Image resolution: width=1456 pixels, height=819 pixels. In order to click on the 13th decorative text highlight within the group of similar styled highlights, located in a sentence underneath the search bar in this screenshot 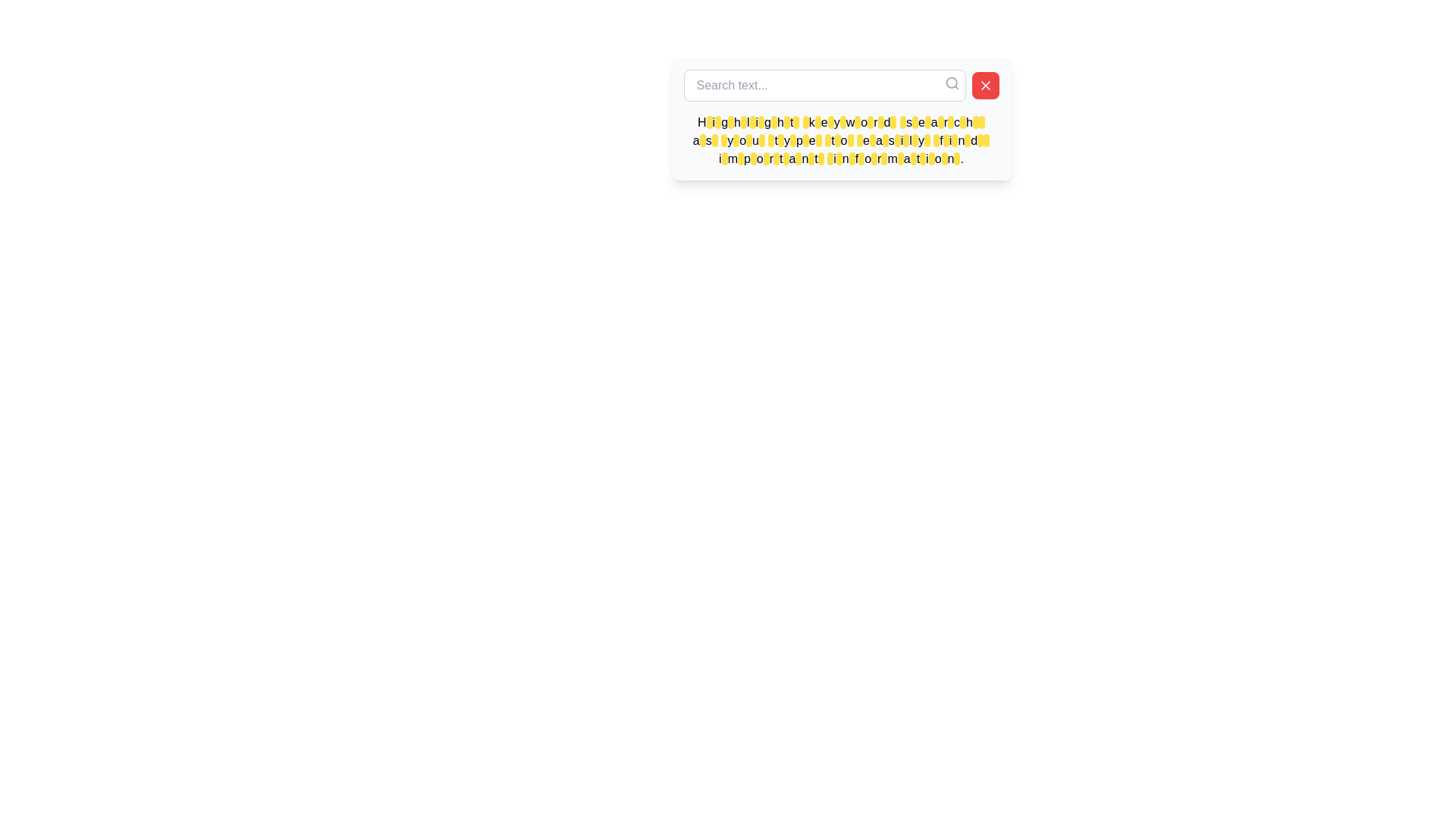, I will do `click(753, 158)`.